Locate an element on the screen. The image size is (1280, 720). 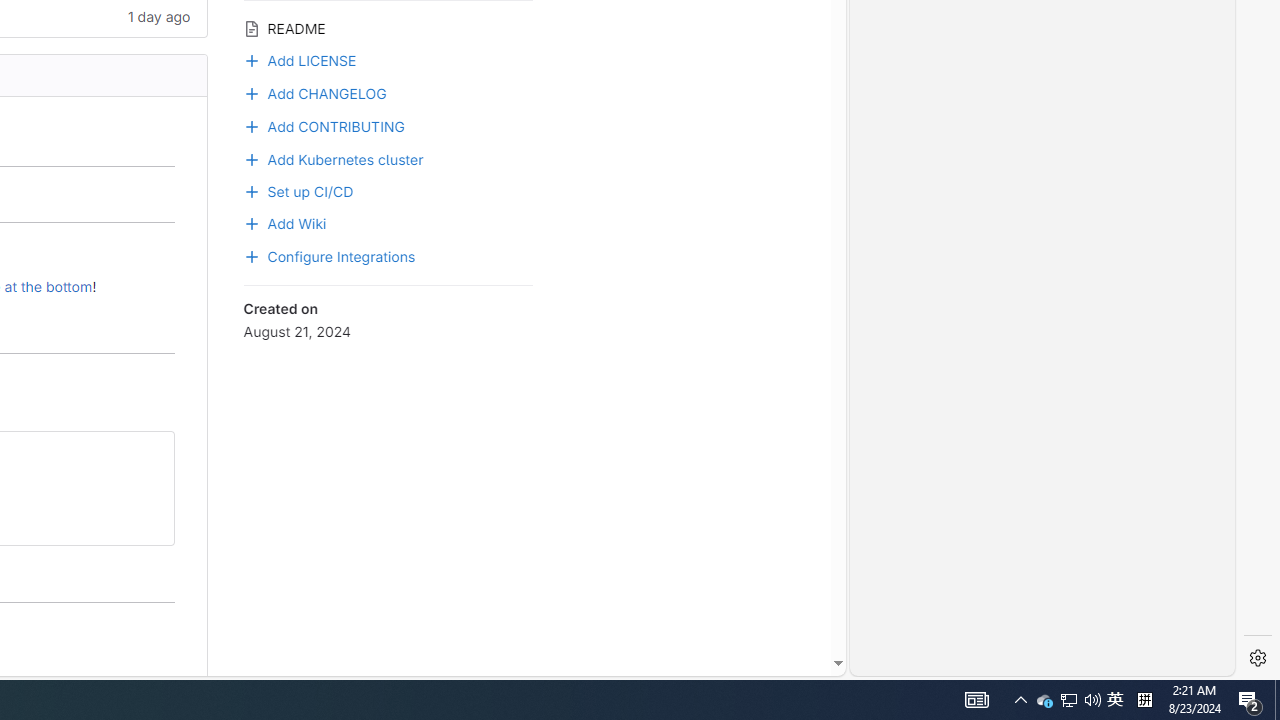
'Add Wiki' is located at coordinates (283, 222).